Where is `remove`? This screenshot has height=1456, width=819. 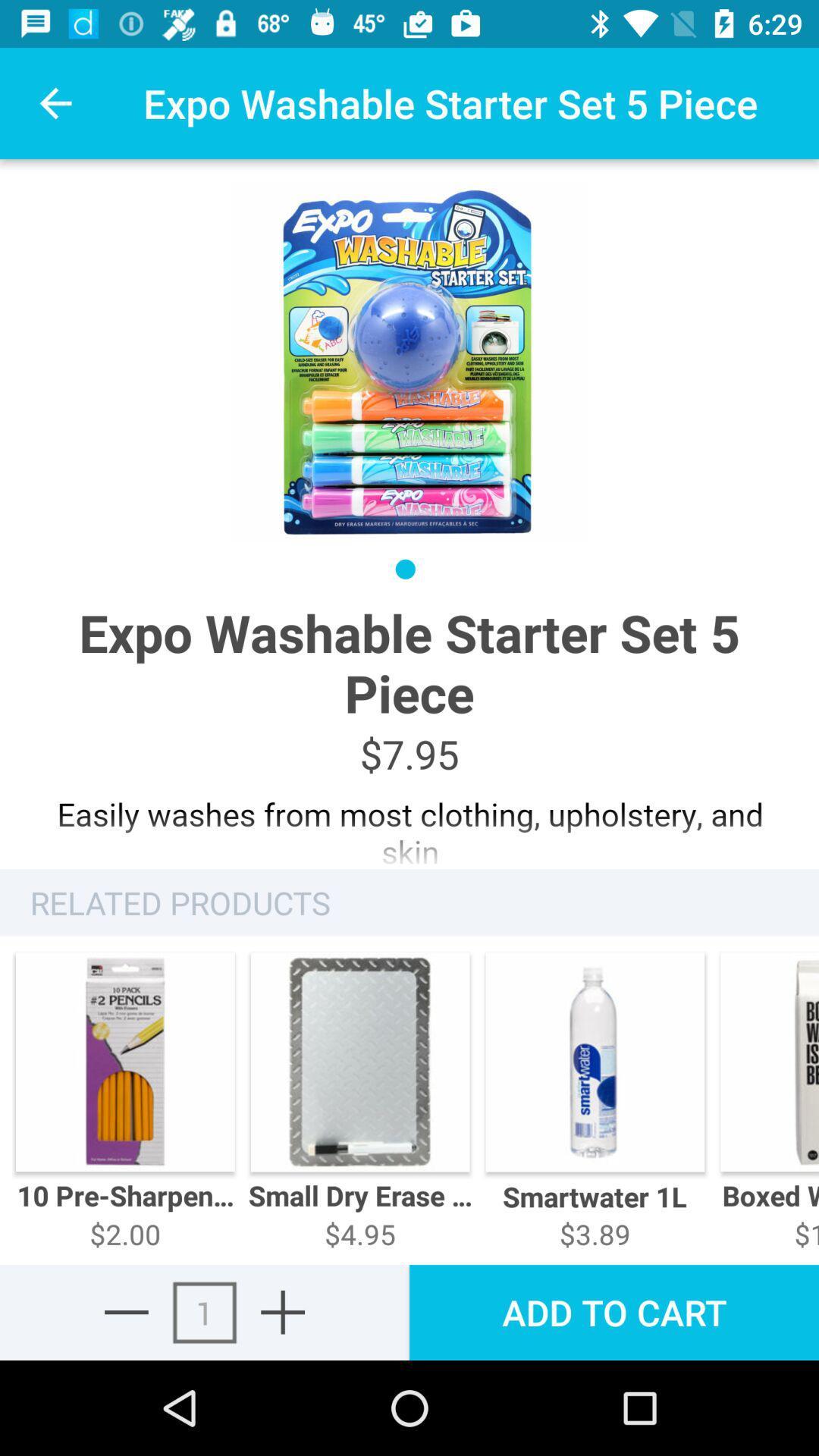 remove is located at coordinates (125, 1311).